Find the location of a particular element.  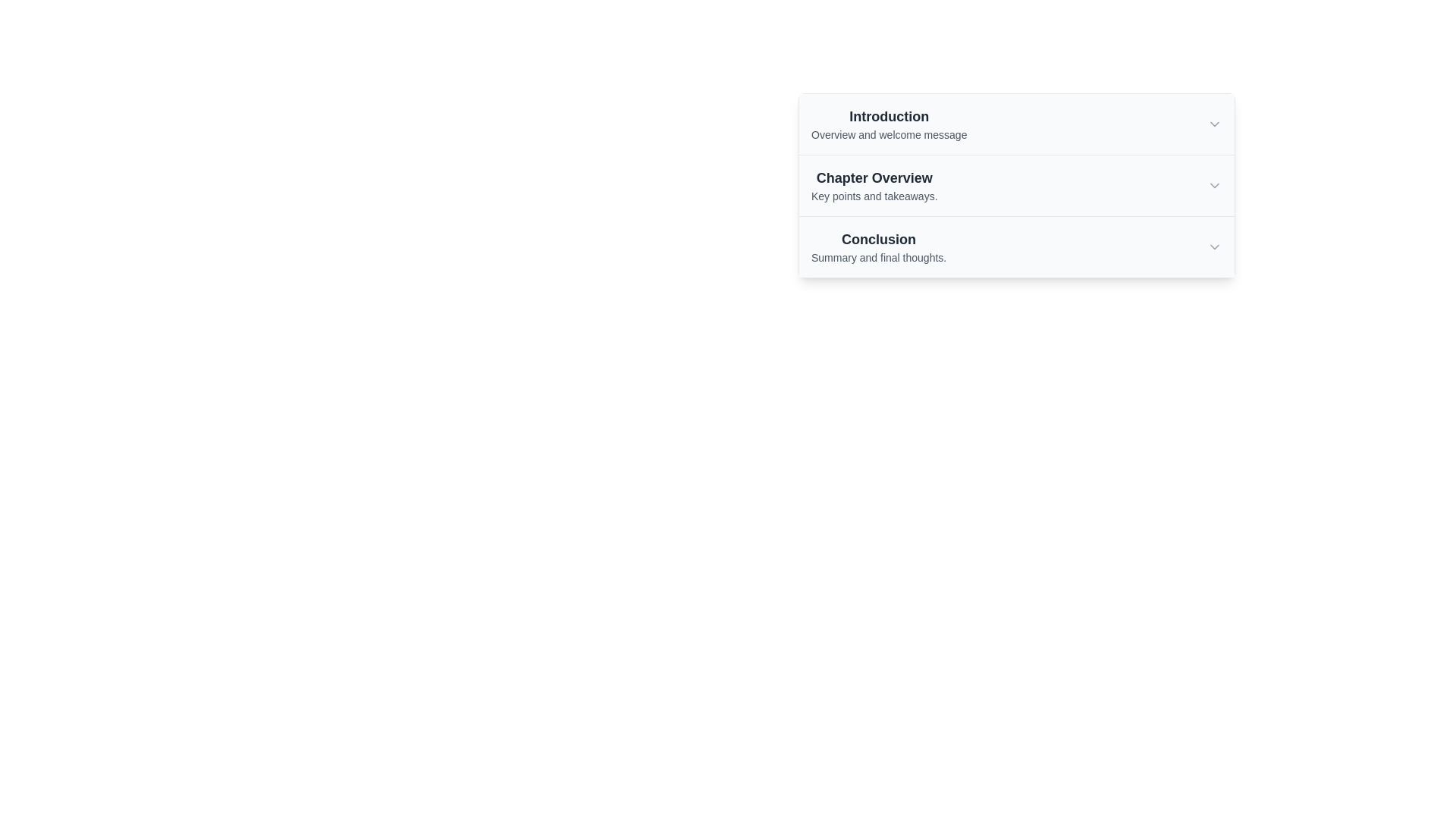

the toggle SVG icon located at the right edge of the 'Introduction' section header is located at coordinates (1215, 124).